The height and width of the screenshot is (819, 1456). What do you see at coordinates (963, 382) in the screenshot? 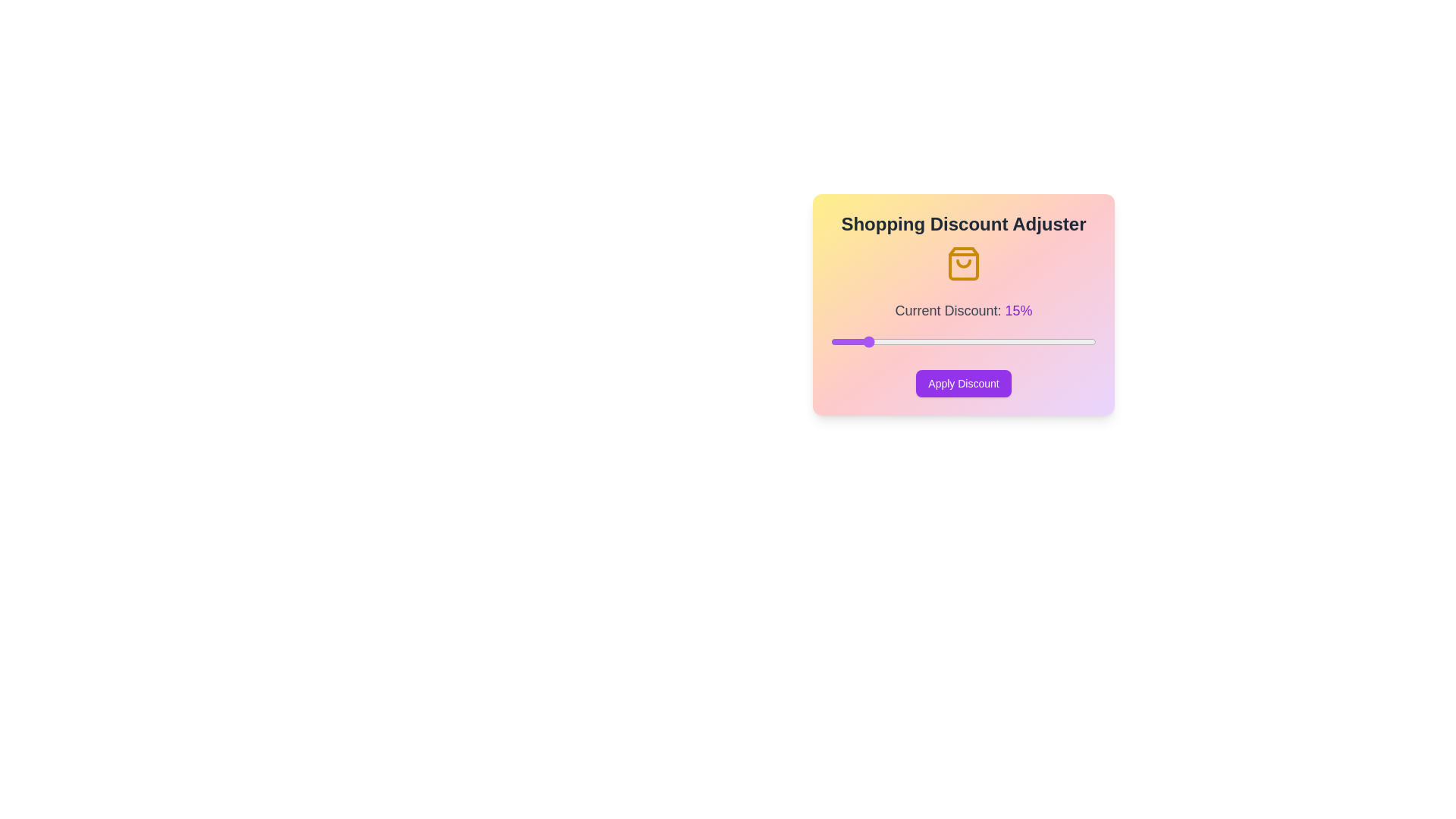
I see `the 'Apply Discount' button to confirm the discount` at bounding box center [963, 382].